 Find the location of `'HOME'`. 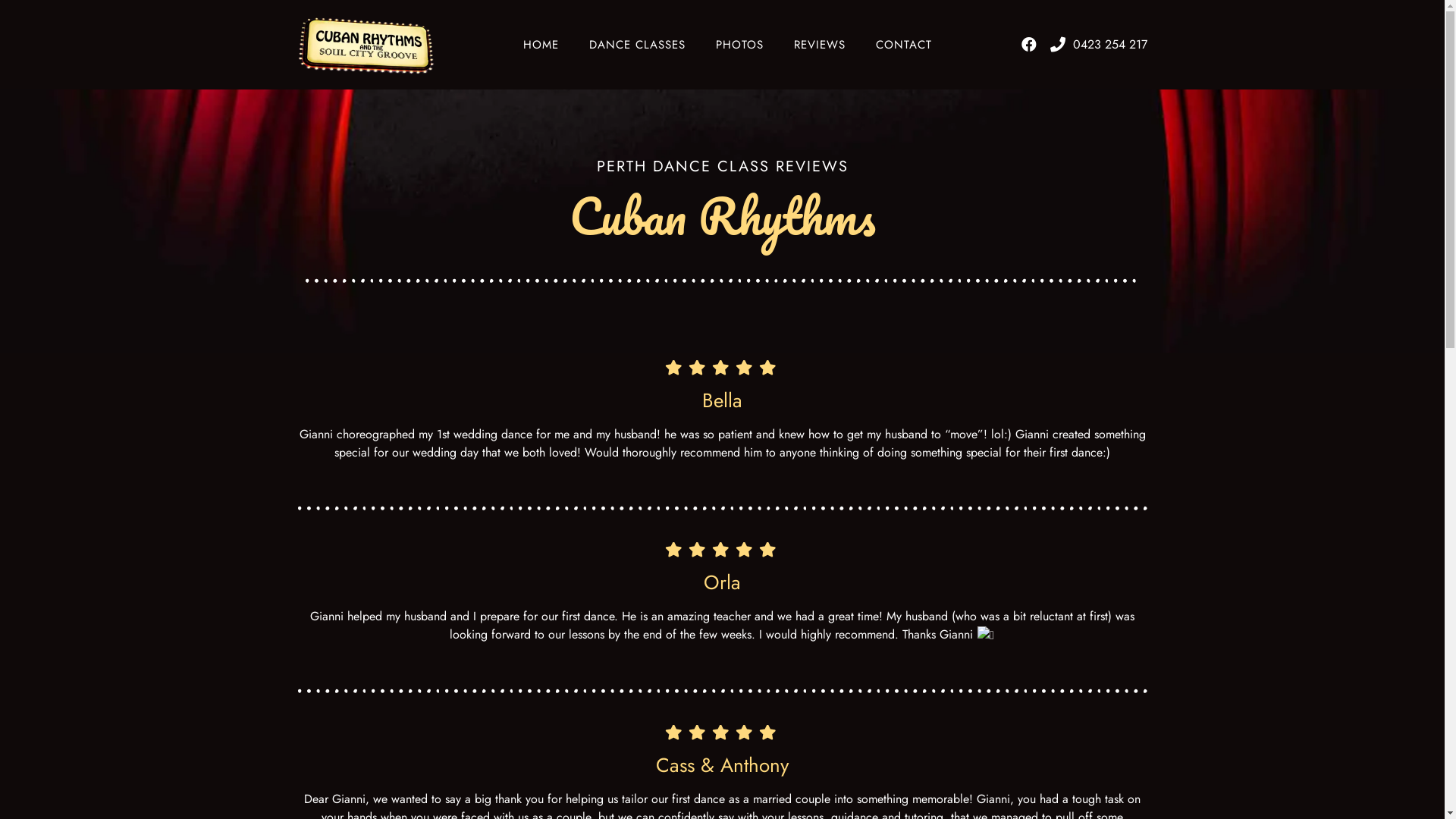

'HOME' is located at coordinates (541, 43).